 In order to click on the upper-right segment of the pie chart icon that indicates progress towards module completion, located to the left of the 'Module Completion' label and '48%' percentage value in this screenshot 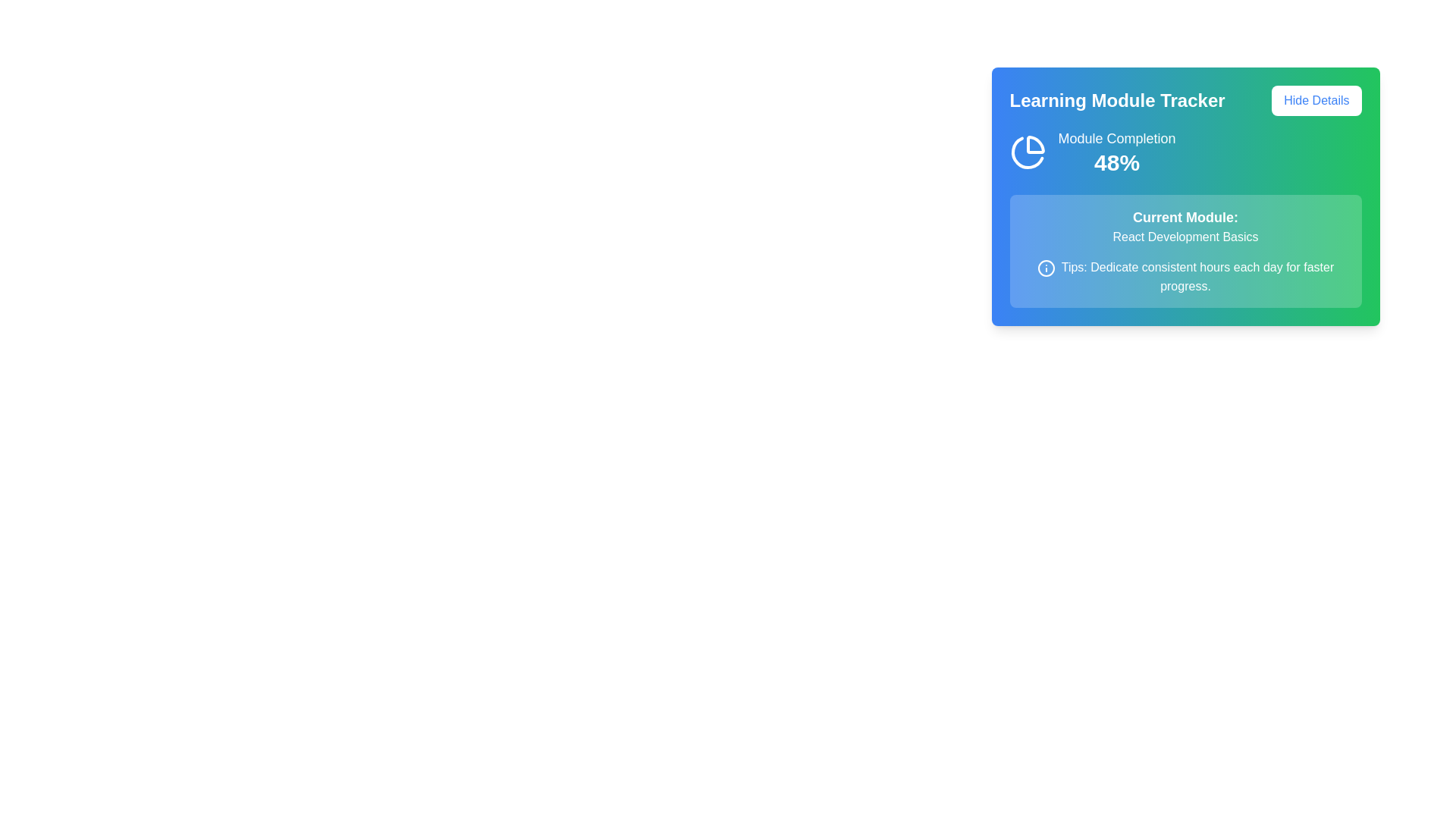, I will do `click(1034, 145)`.